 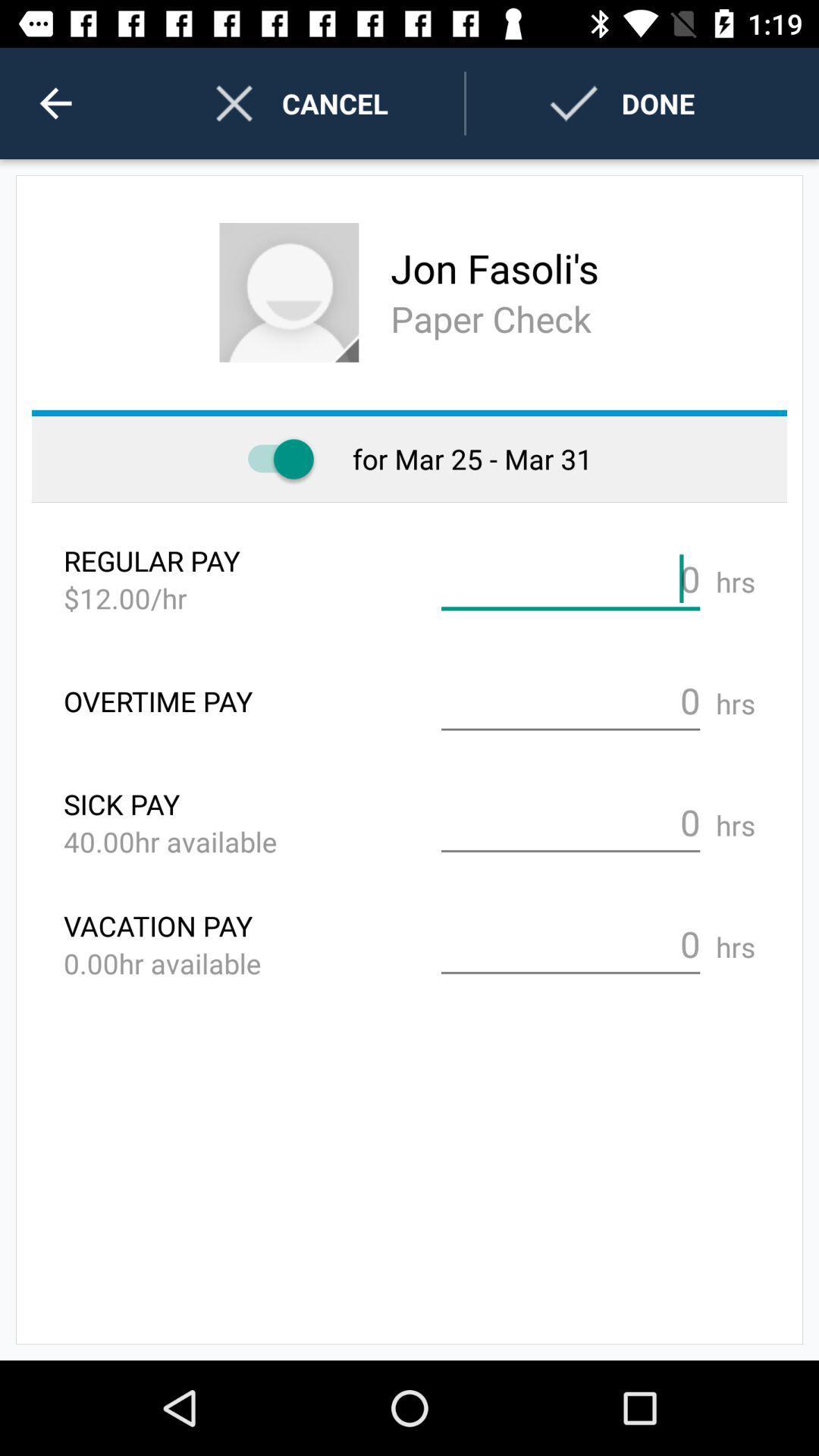 What do you see at coordinates (273, 458) in the screenshot?
I see `paycheck button` at bounding box center [273, 458].